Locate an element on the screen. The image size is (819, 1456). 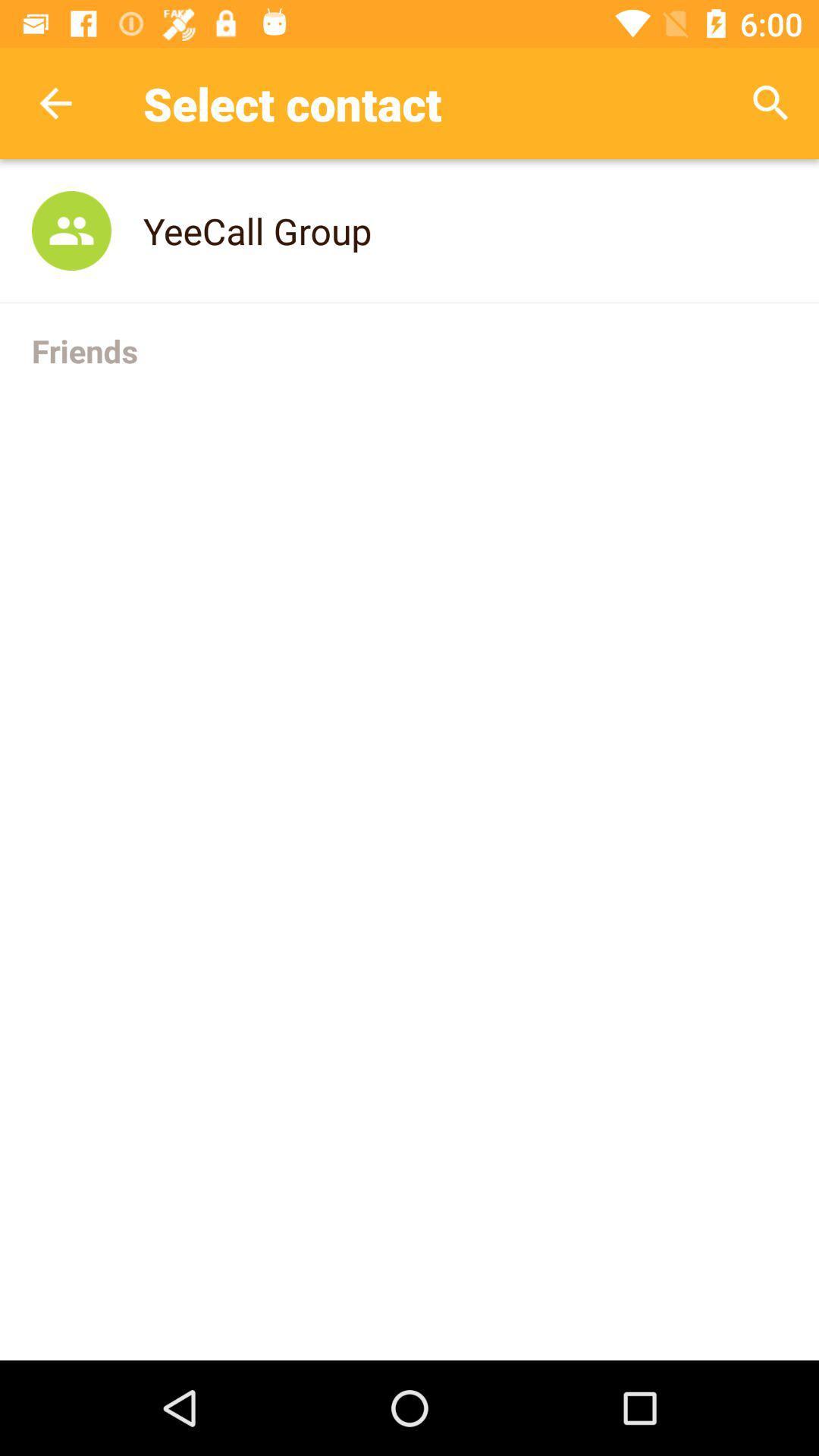
previous page is located at coordinates (55, 102).